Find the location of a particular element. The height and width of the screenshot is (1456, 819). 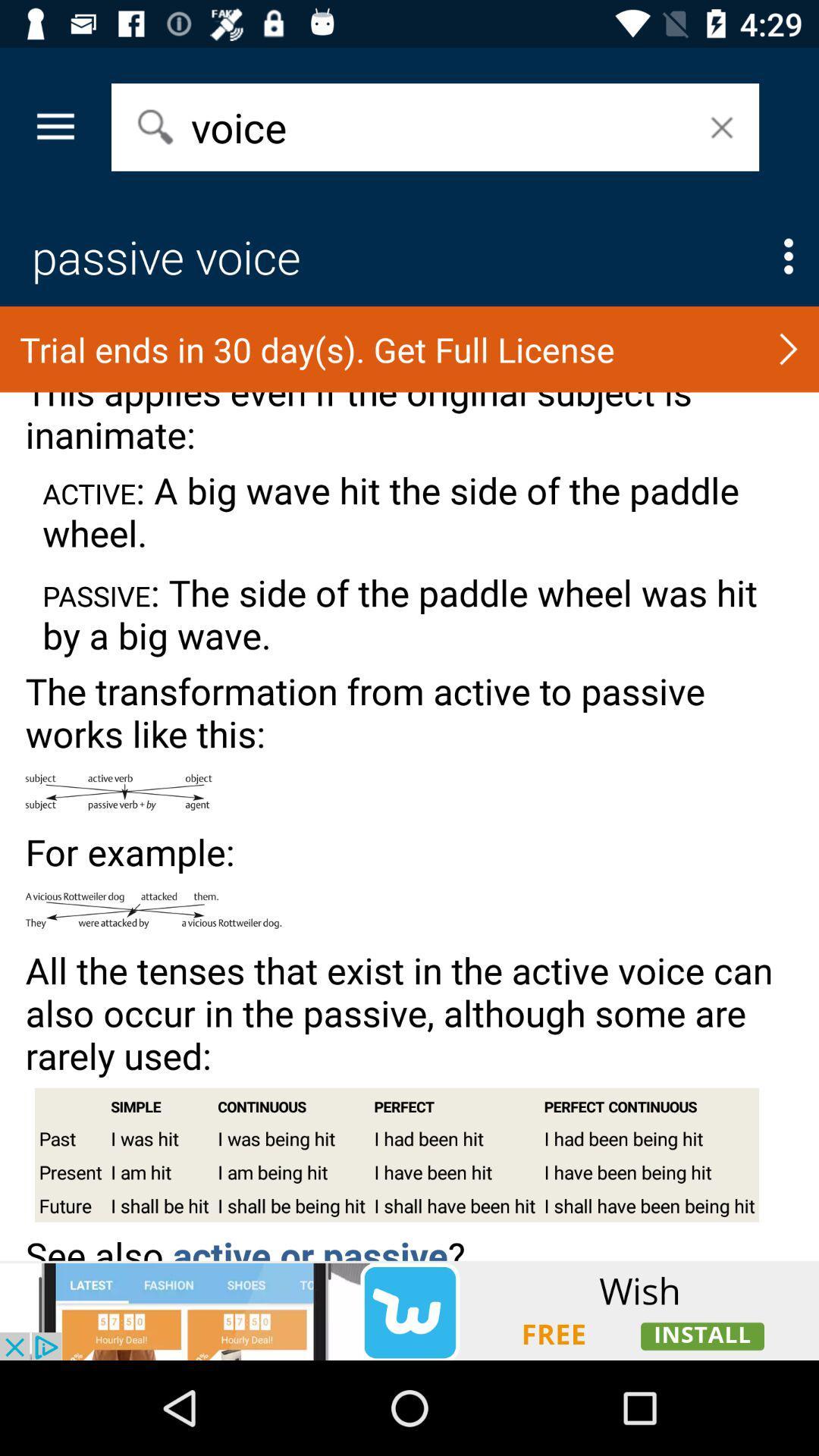

banner is located at coordinates (409, 1310).